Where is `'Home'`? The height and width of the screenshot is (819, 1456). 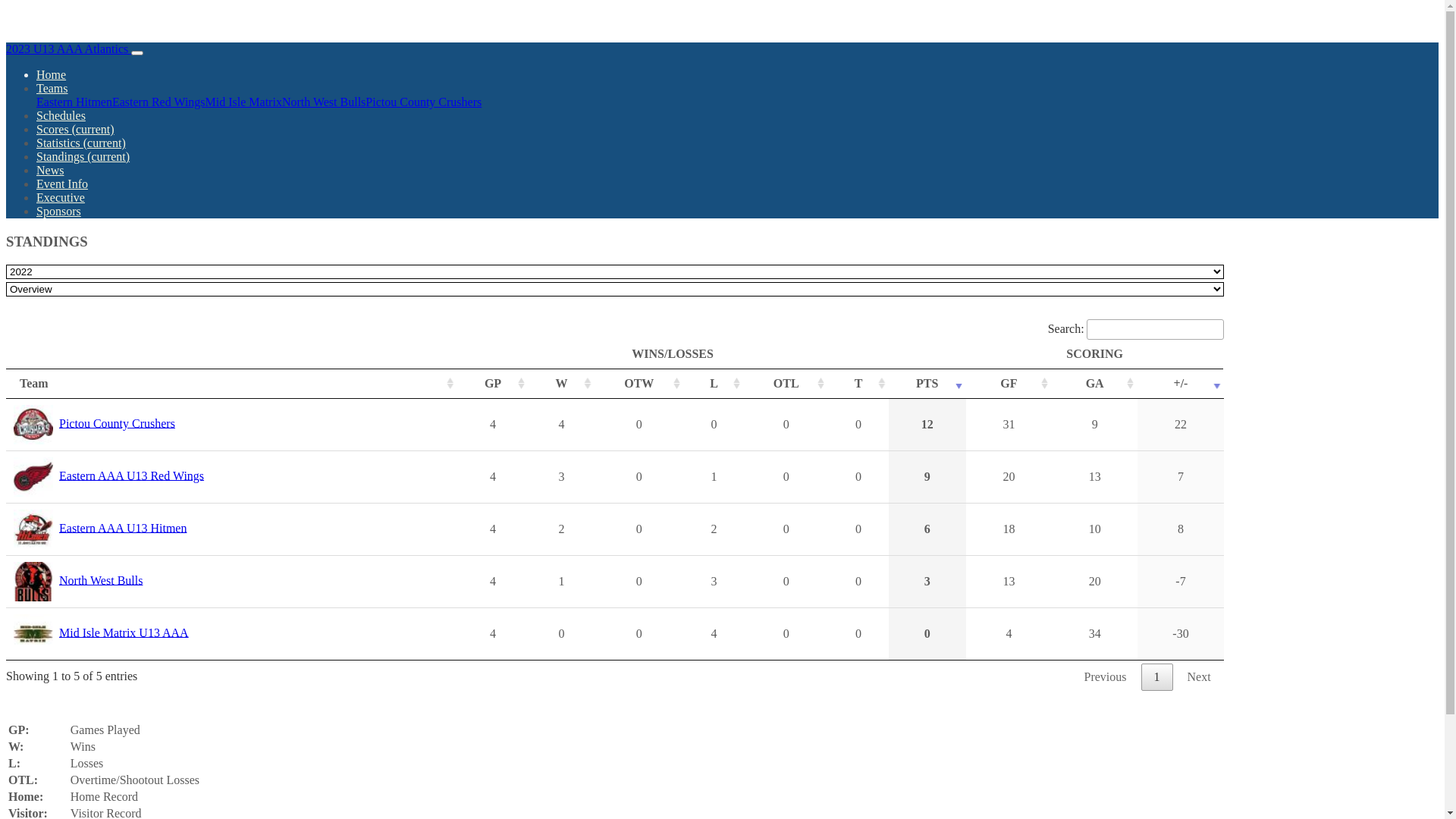 'Home' is located at coordinates (36, 74).